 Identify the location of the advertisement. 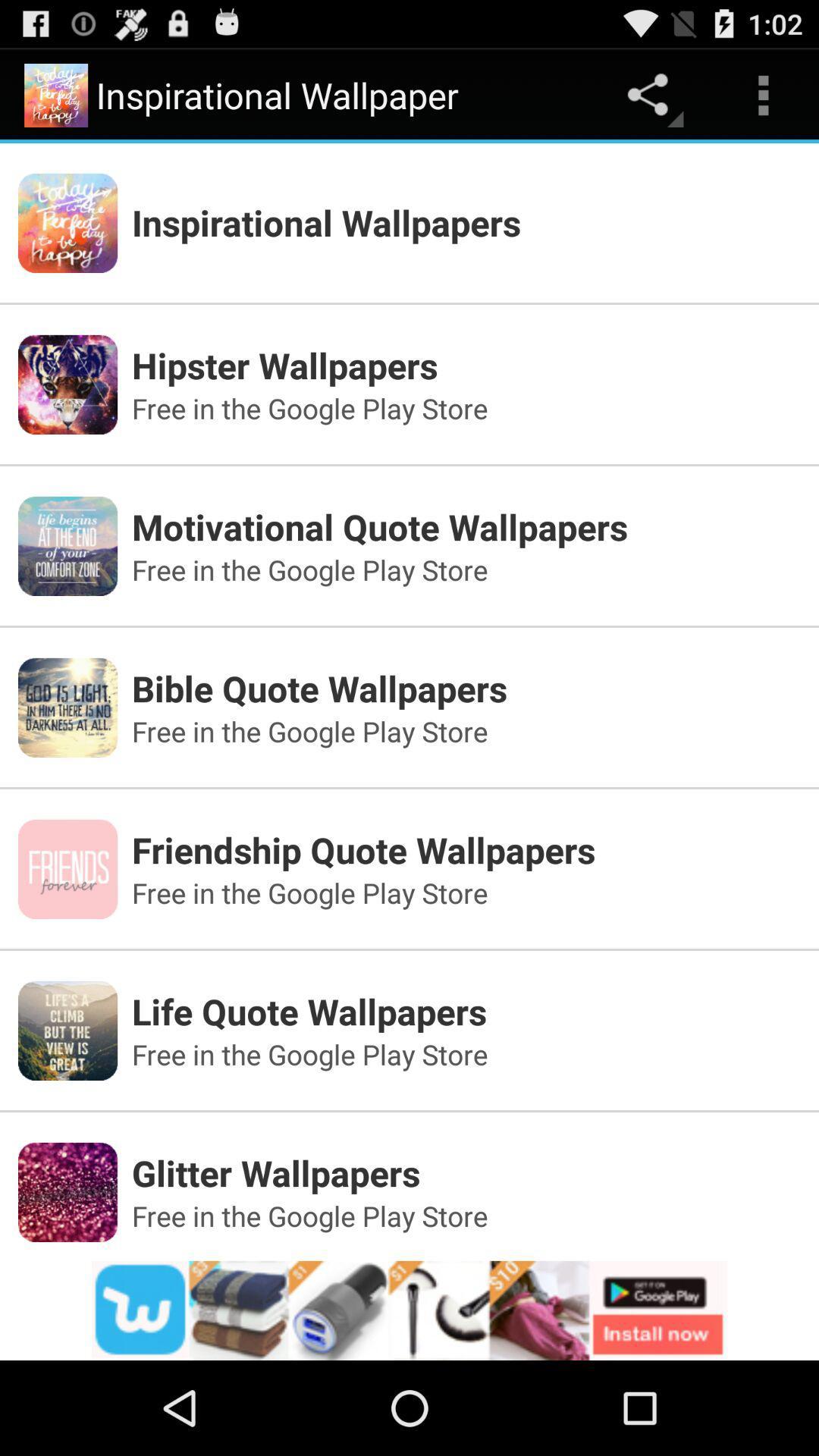
(409, 1310).